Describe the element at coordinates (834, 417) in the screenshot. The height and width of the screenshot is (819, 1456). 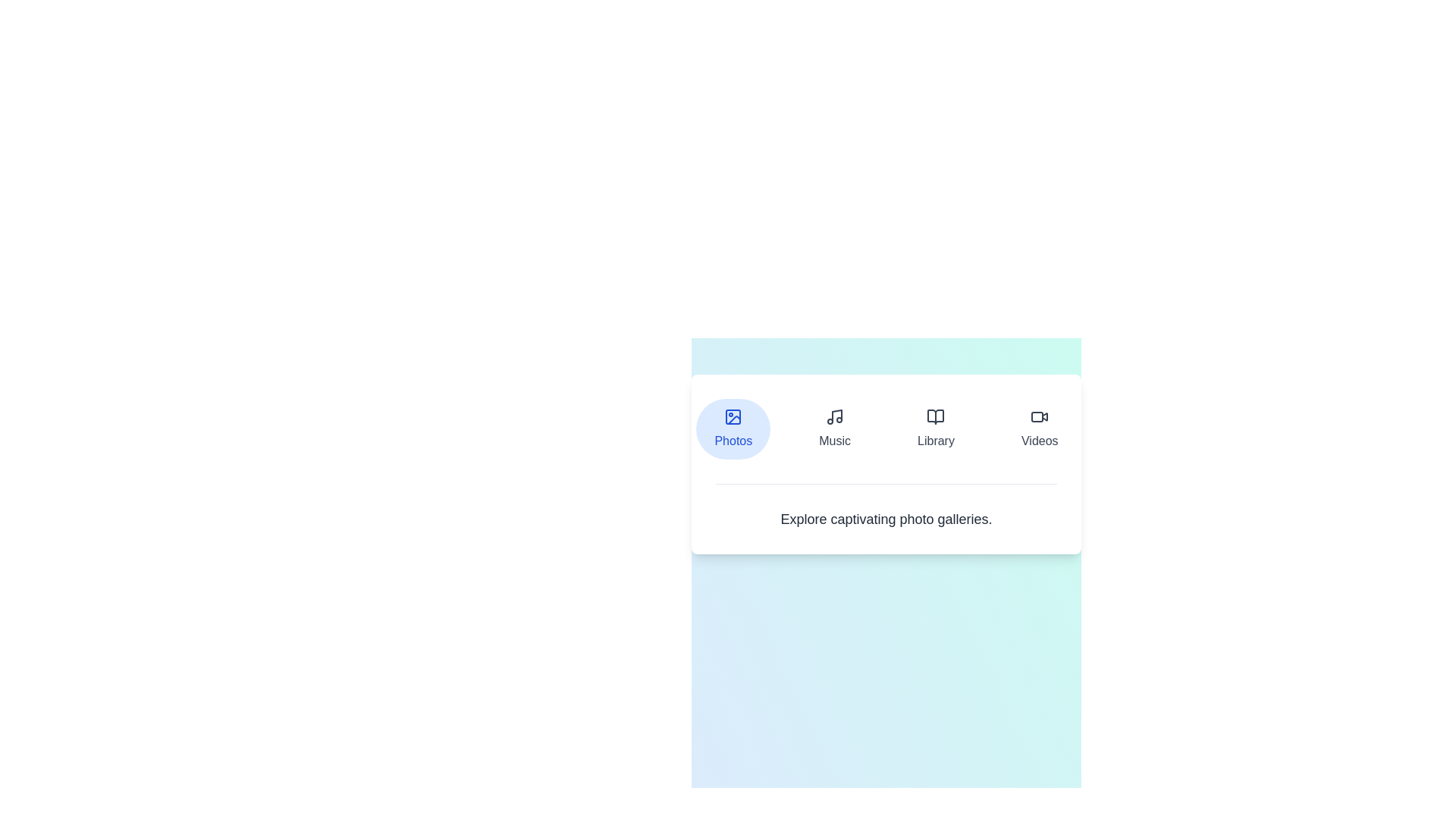
I see `the music note icon in the navigation menu` at that location.